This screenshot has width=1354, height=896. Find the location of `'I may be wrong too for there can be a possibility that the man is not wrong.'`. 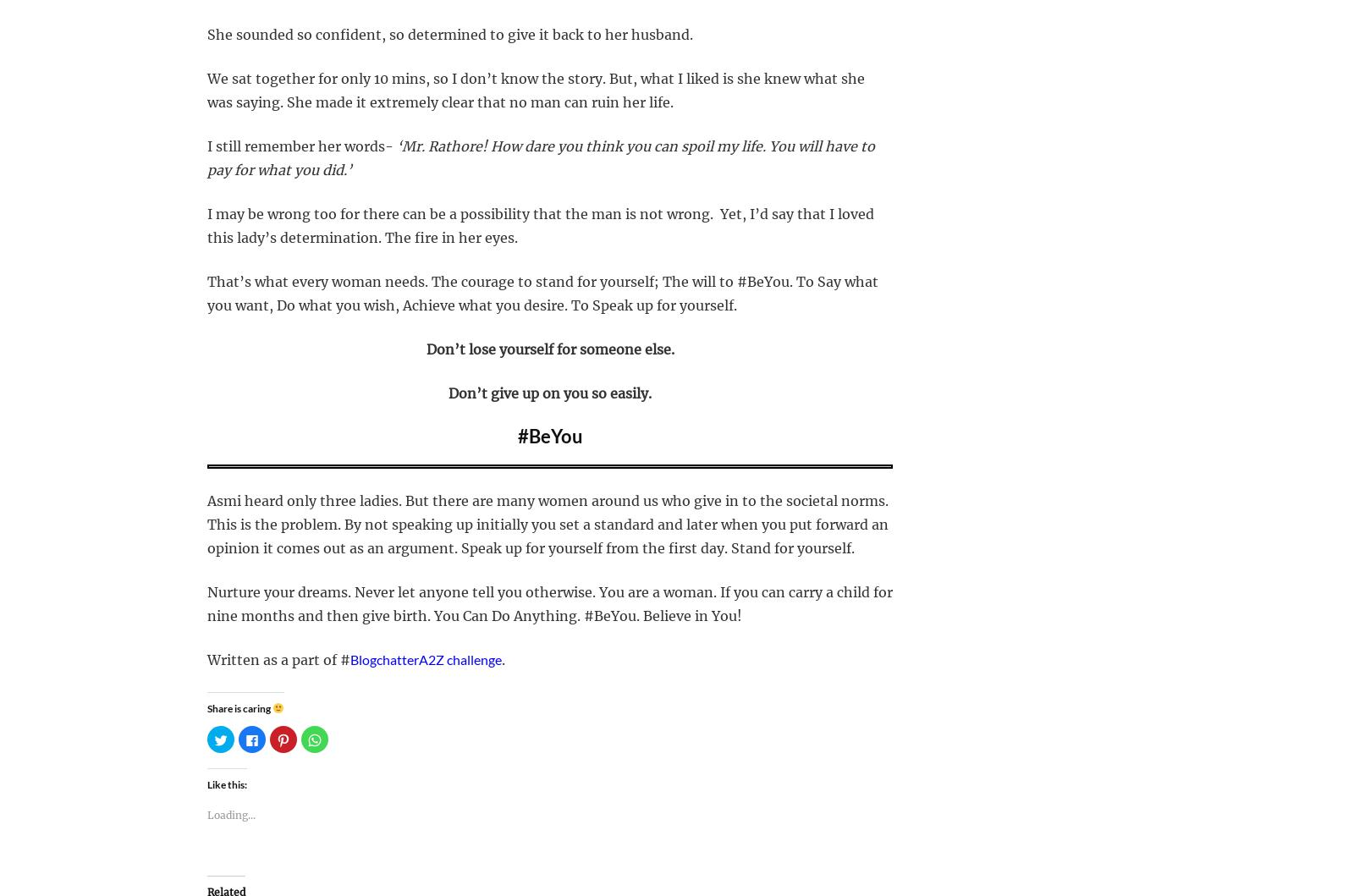

'I may be wrong too for there can be a possibility that the man is not wrong.' is located at coordinates (206, 213).